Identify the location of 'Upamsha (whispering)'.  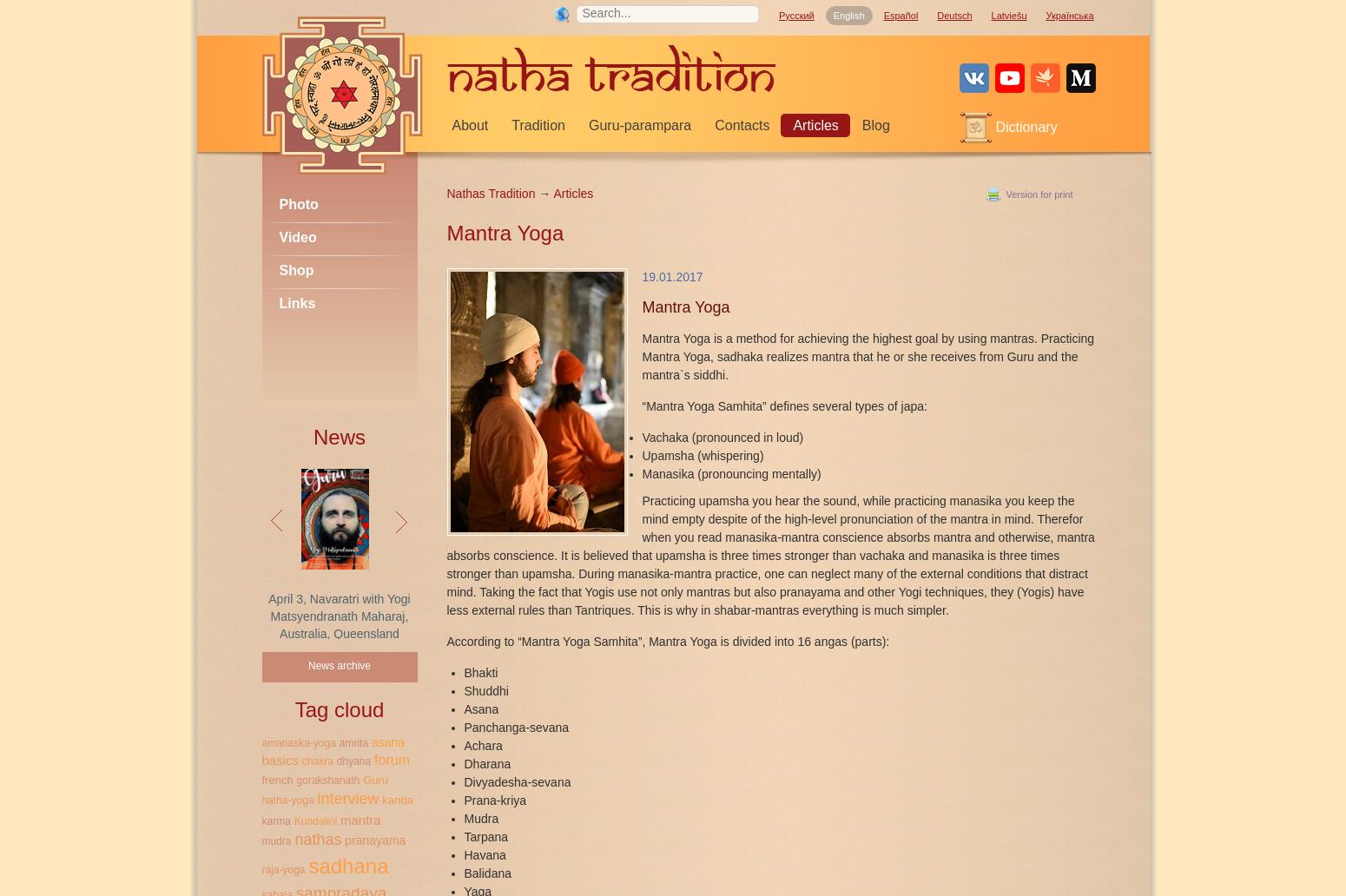
(701, 455).